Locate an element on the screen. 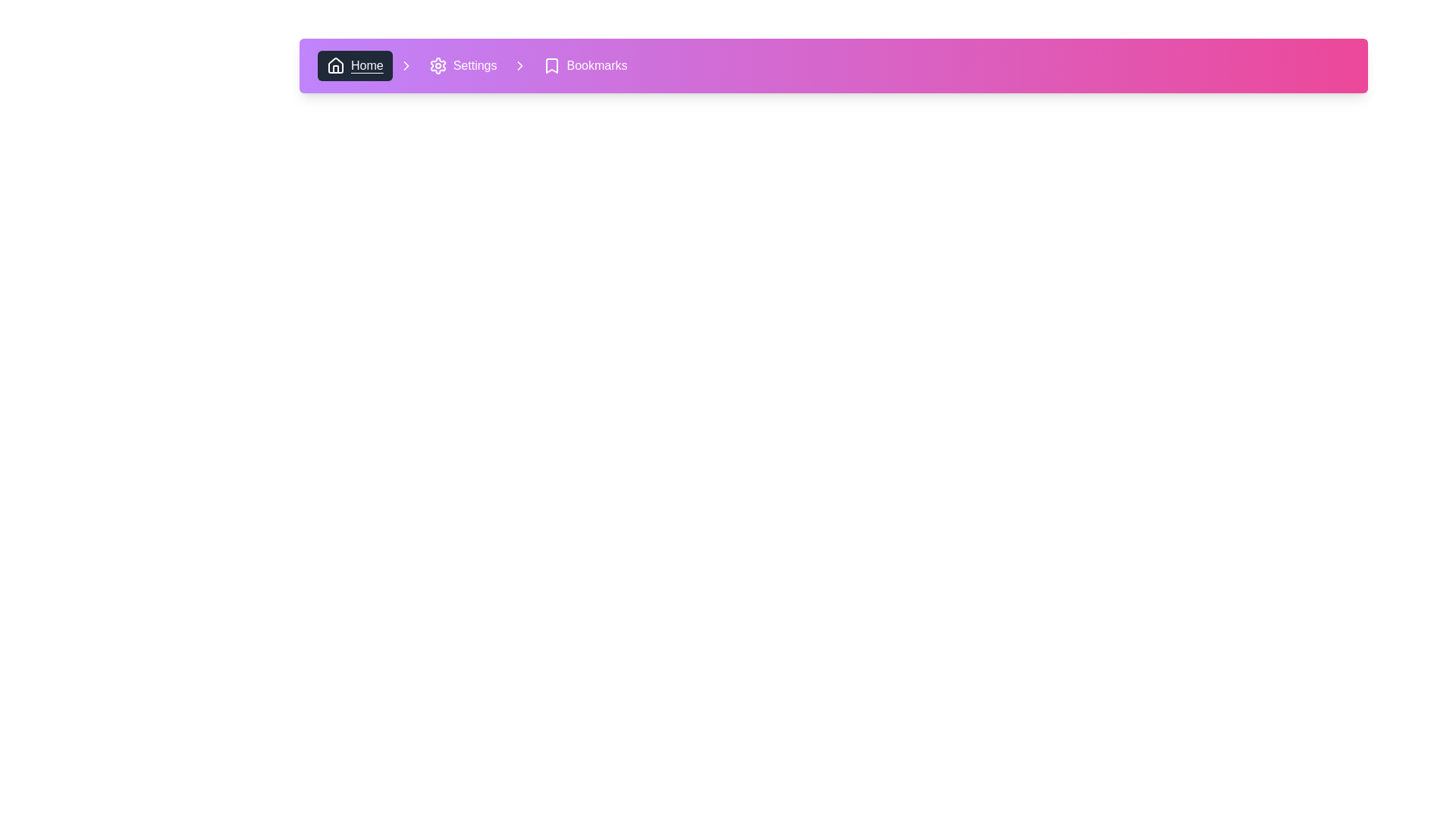 Image resolution: width=1456 pixels, height=819 pixels. the settings button located in the horizontal navigation bar, positioned between the 'Home' and 'Bookmarks' buttons is located at coordinates (475, 65).